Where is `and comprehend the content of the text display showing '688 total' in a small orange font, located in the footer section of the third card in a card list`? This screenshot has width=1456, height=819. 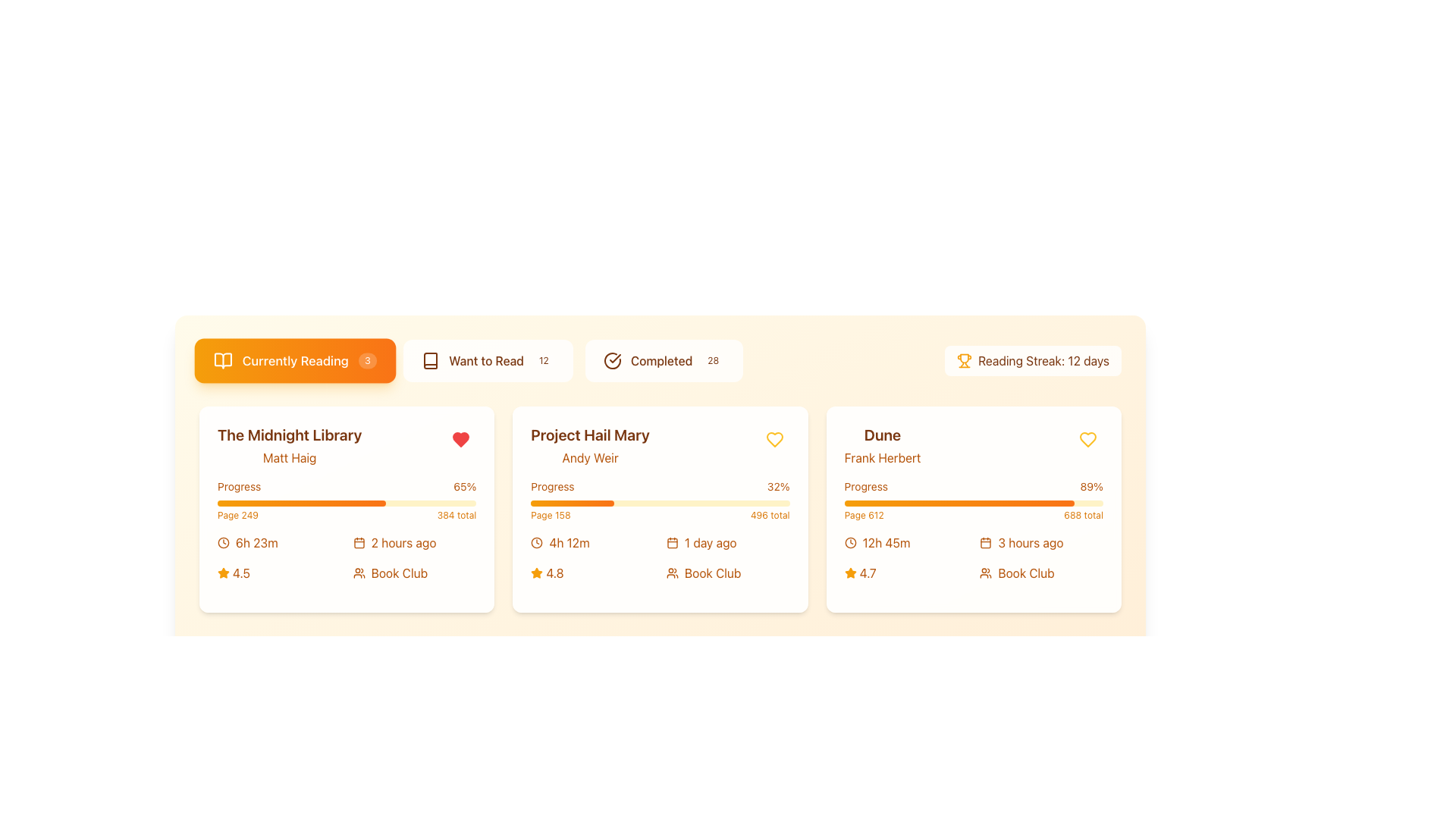
and comprehend the content of the text display showing '688 total' in a small orange font, located in the footer section of the third card in a card list is located at coordinates (1083, 514).